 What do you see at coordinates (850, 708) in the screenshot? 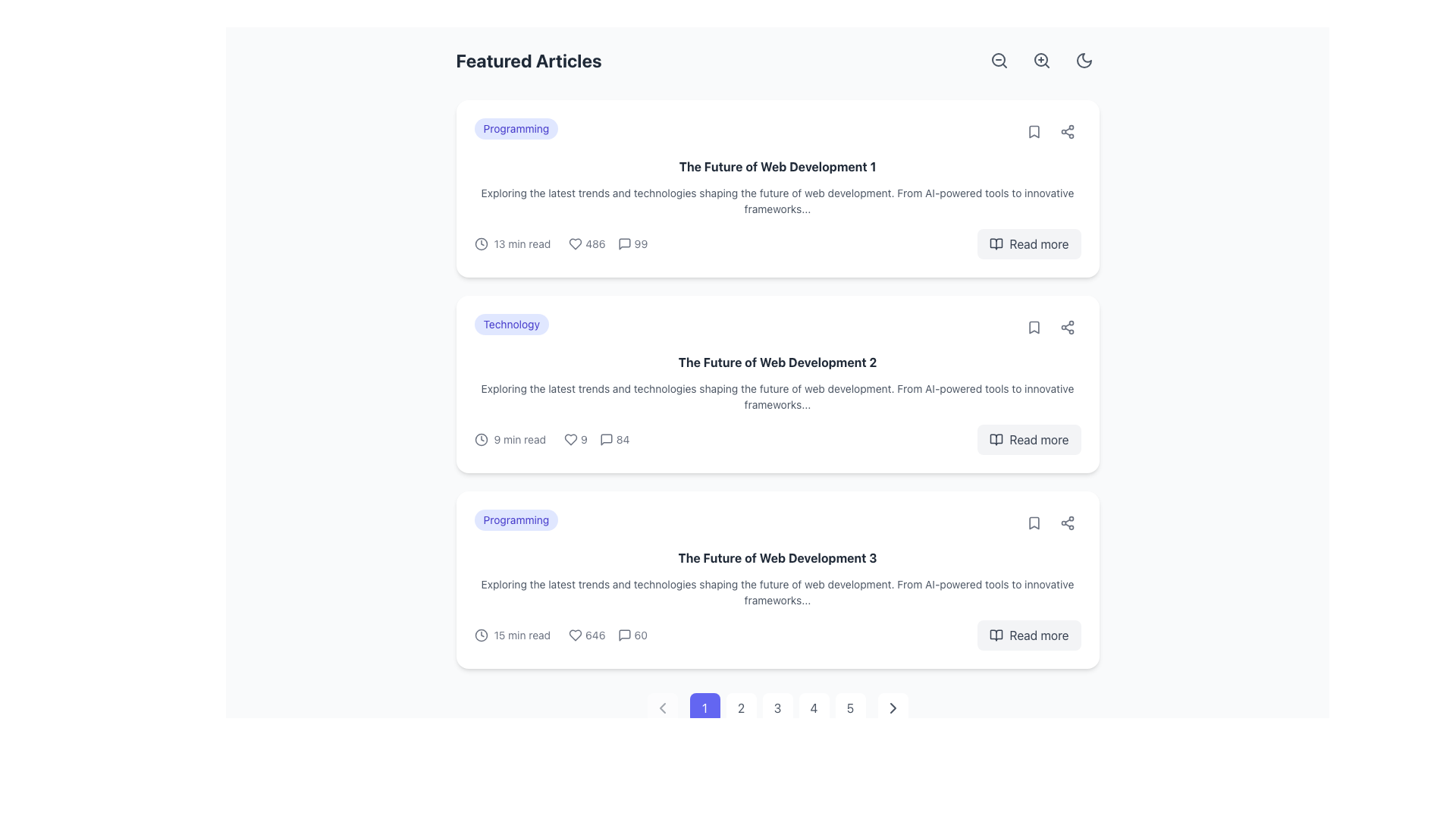
I see `the fifth pagination button located at the bottom center of the interface` at bounding box center [850, 708].